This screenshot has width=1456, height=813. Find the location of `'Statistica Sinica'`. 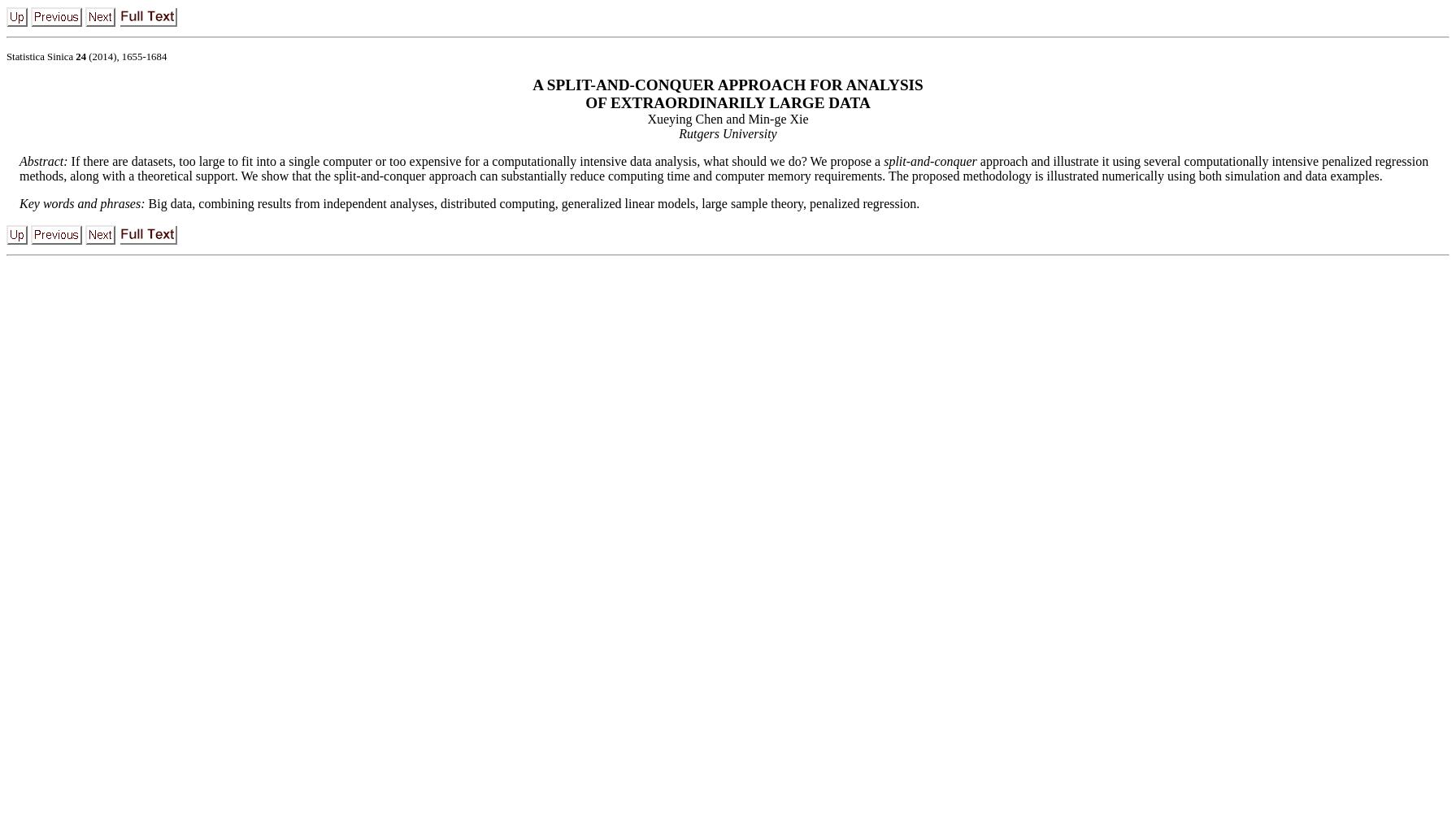

'Statistica Sinica' is located at coordinates (41, 56).